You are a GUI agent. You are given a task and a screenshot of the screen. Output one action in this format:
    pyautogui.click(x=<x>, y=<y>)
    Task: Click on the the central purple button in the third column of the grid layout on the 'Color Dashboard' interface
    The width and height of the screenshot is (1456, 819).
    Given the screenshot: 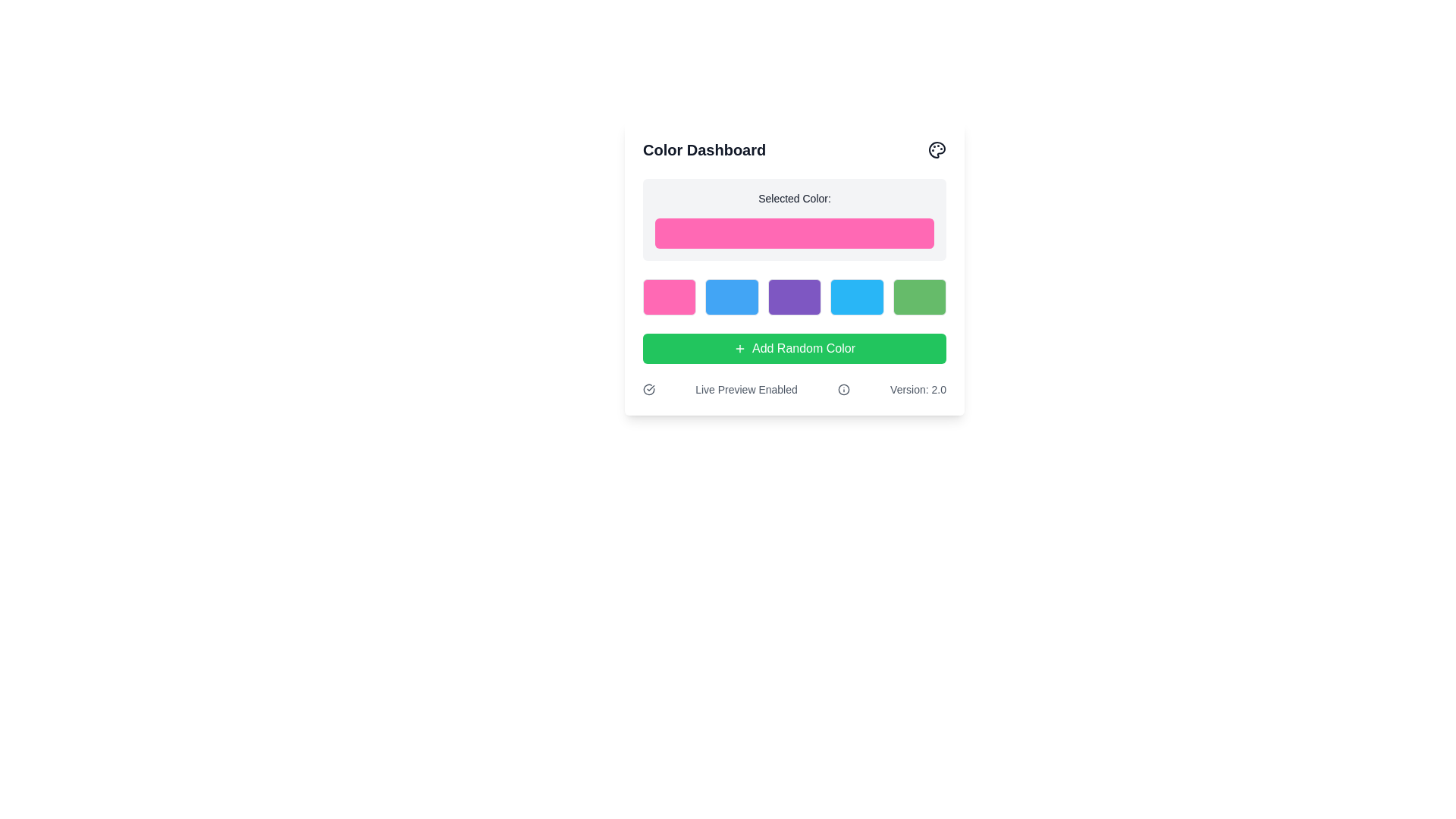 What is the action you would take?
    pyautogui.click(x=793, y=297)
    